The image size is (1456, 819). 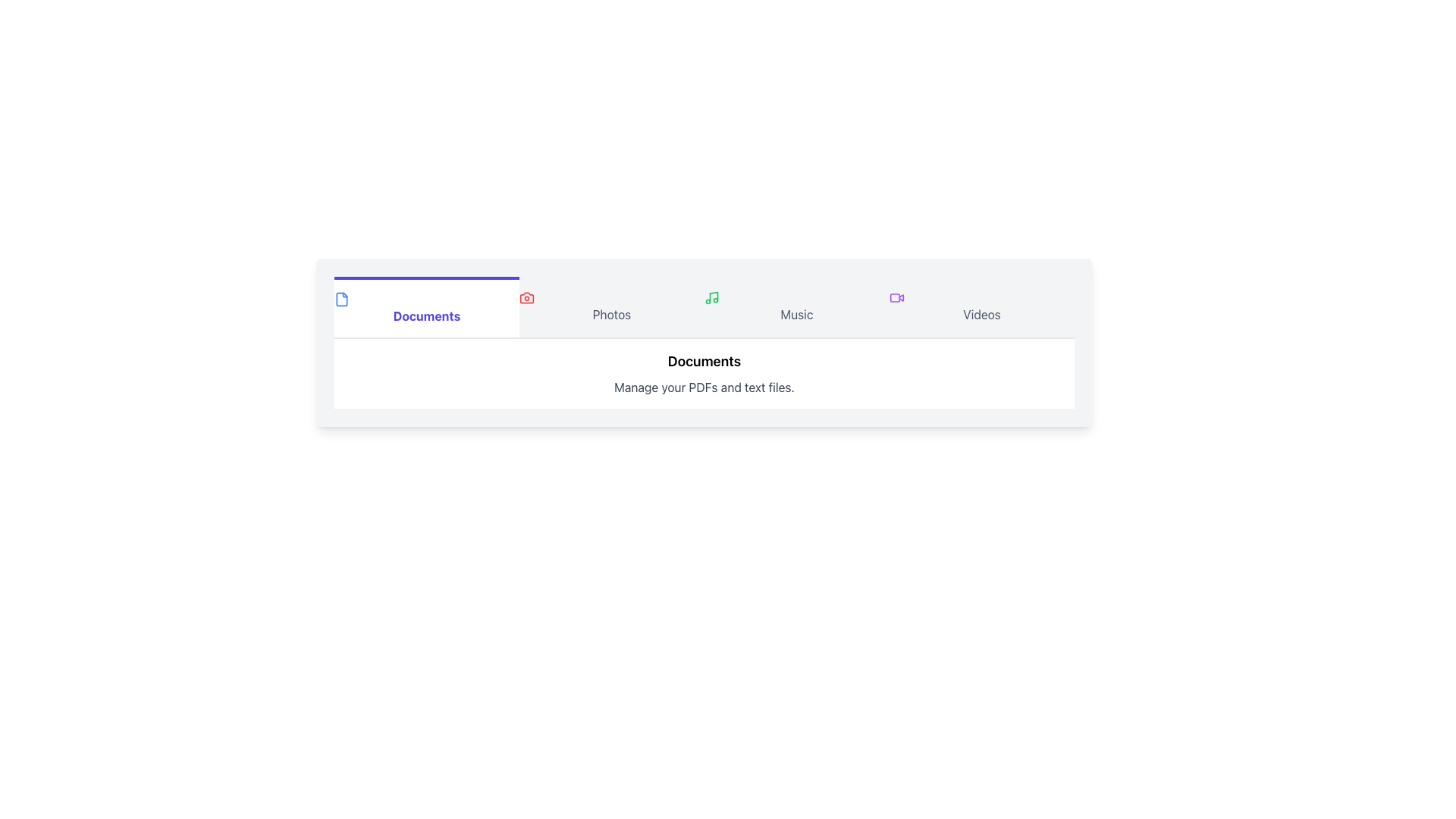 I want to click on the 'Videos' text label, which is styled with grey color and is the last item in the horizontal navigation bar, so click(x=982, y=314).